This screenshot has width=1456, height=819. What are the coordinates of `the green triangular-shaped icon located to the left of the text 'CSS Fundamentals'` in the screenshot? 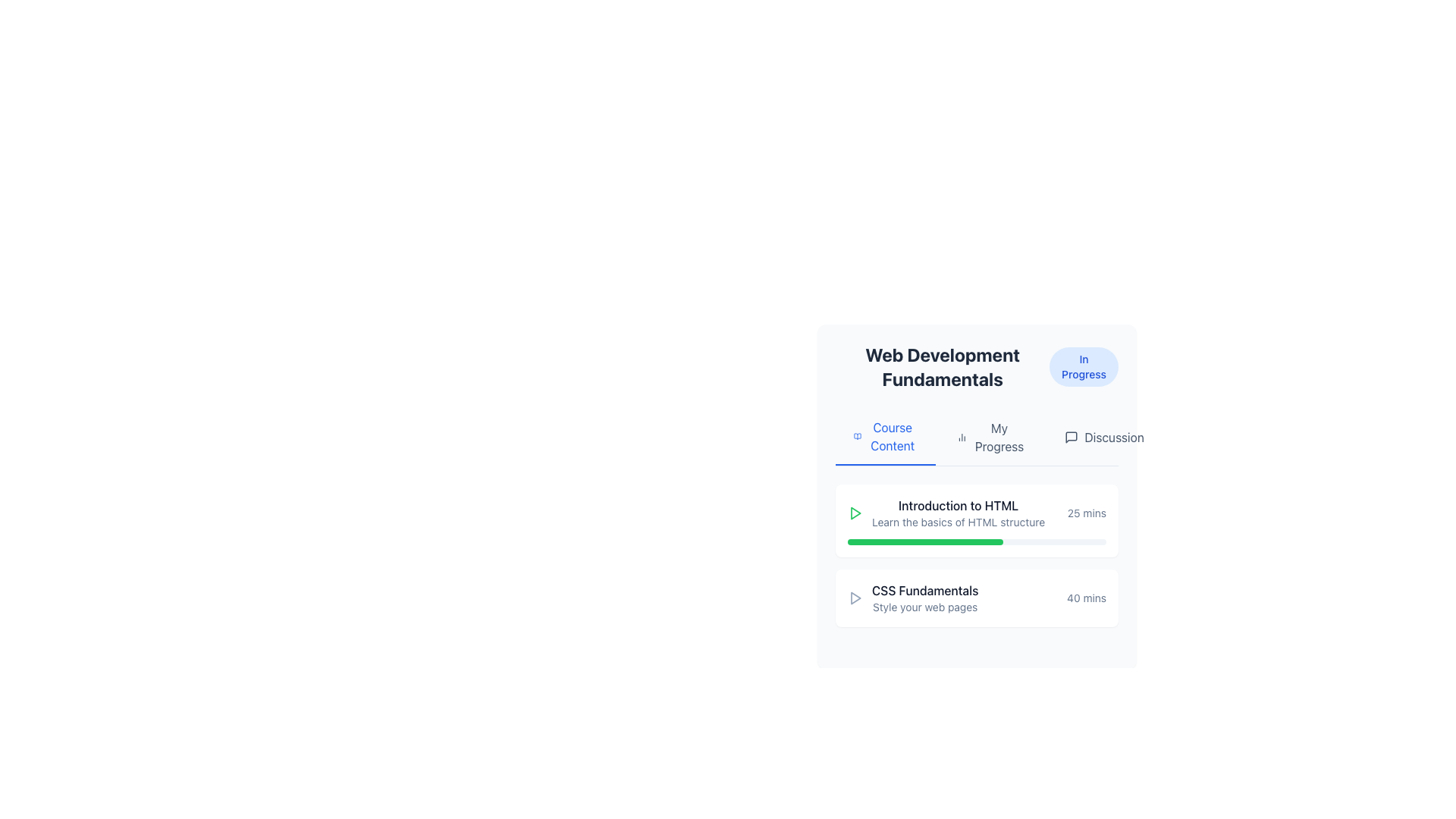 It's located at (855, 513).